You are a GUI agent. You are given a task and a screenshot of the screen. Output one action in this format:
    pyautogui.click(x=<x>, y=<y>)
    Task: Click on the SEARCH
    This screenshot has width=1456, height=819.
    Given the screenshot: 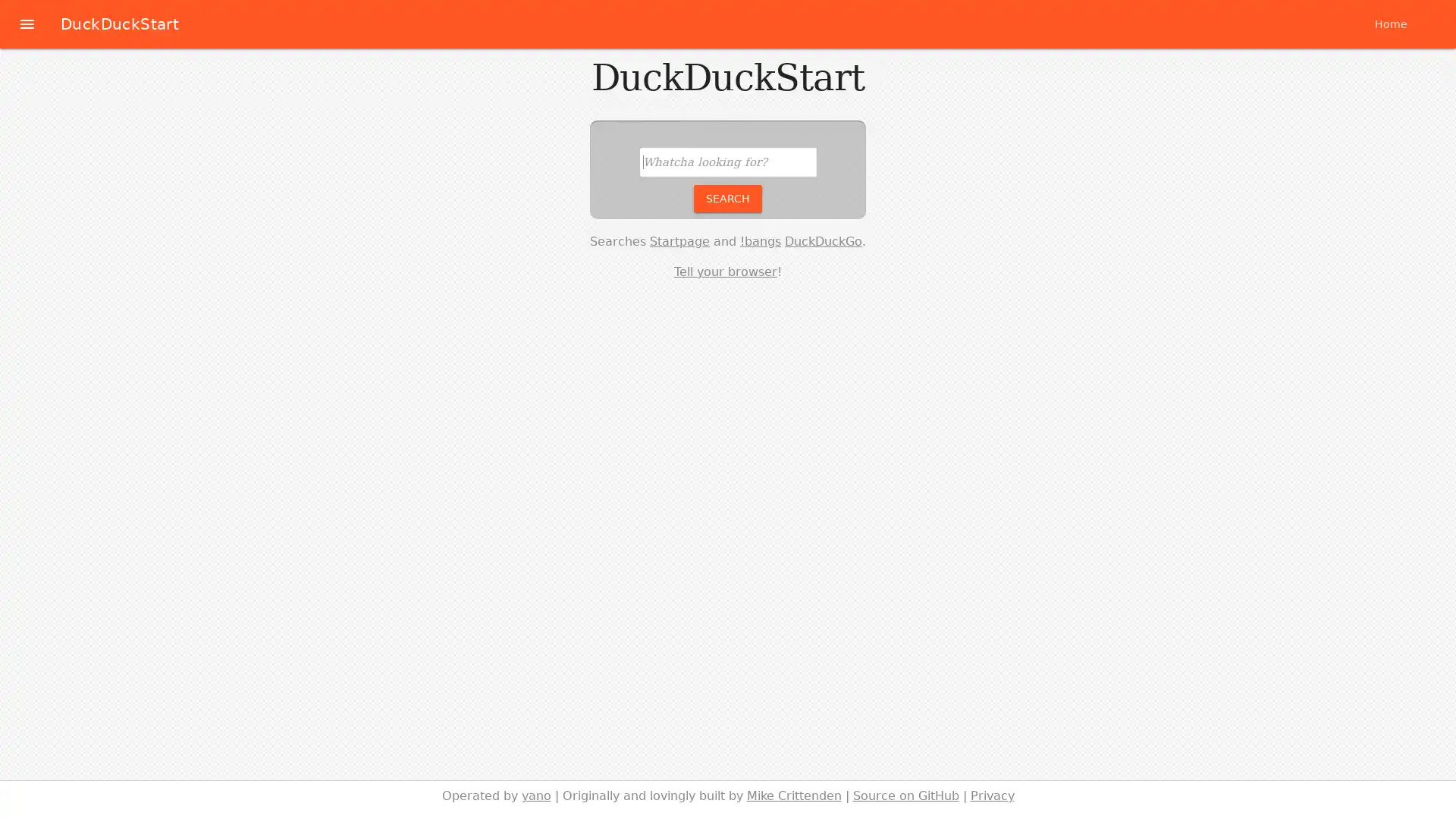 What is the action you would take?
    pyautogui.click(x=728, y=197)
    